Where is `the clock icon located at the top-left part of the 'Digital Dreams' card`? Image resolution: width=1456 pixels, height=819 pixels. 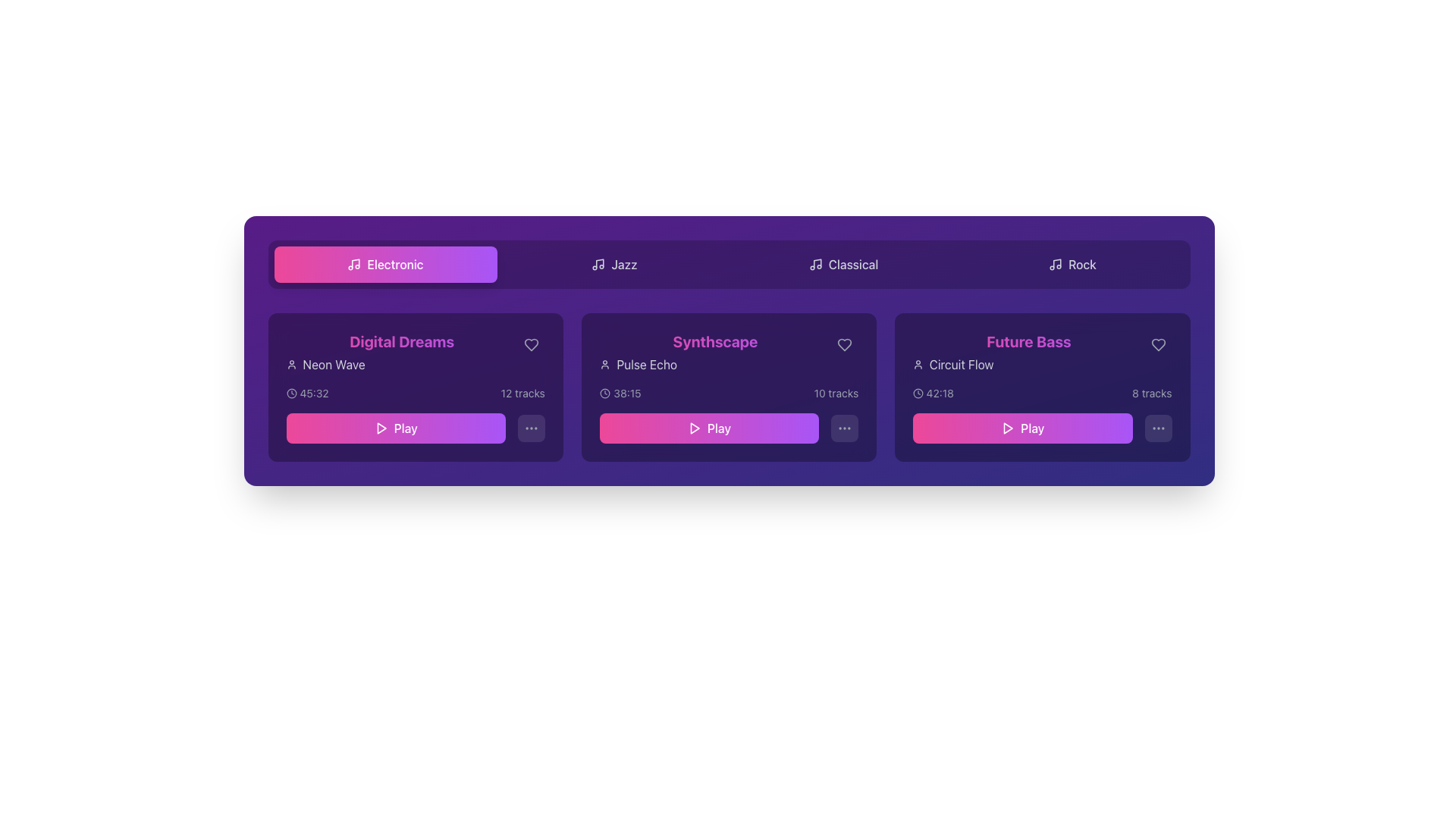 the clock icon located at the top-left part of the 'Digital Dreams' card is located at coordinates (291, 393).